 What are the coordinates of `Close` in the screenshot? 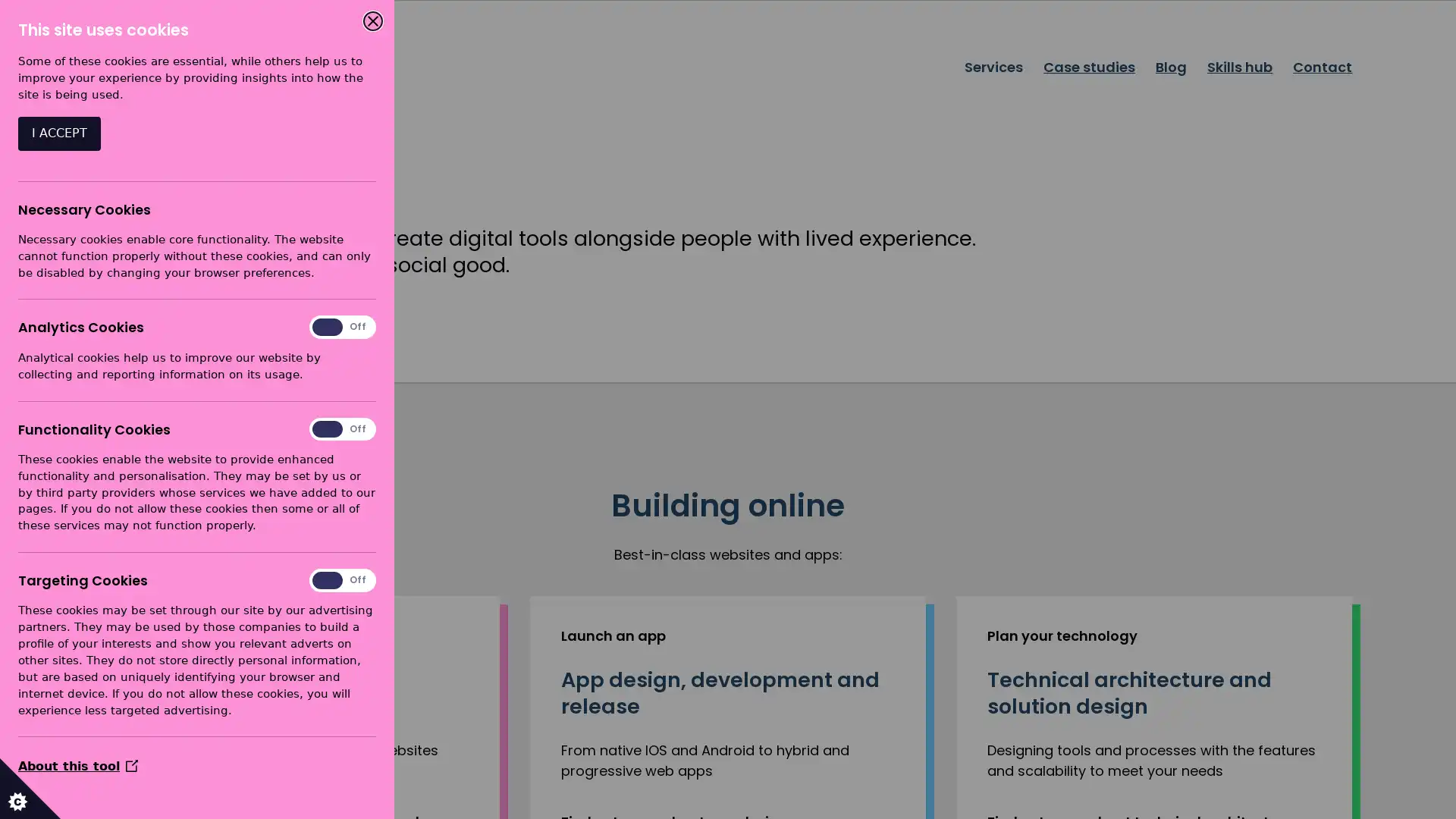 It's located at (372, 20).